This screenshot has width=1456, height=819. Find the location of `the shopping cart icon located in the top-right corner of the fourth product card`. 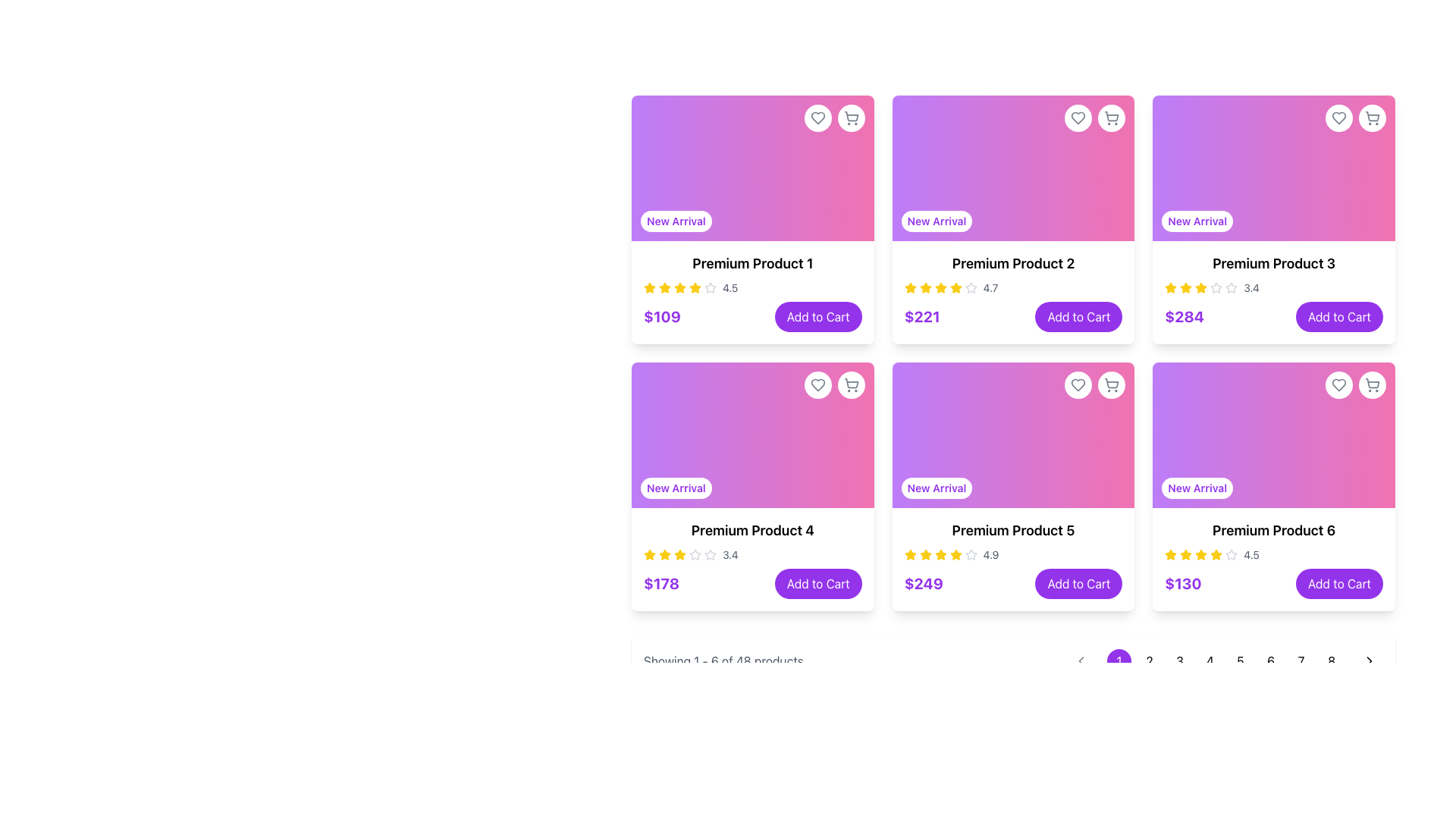

the shopping cart icon located in the top-right corner of the fourth product card is located at coordinates (851, 384).